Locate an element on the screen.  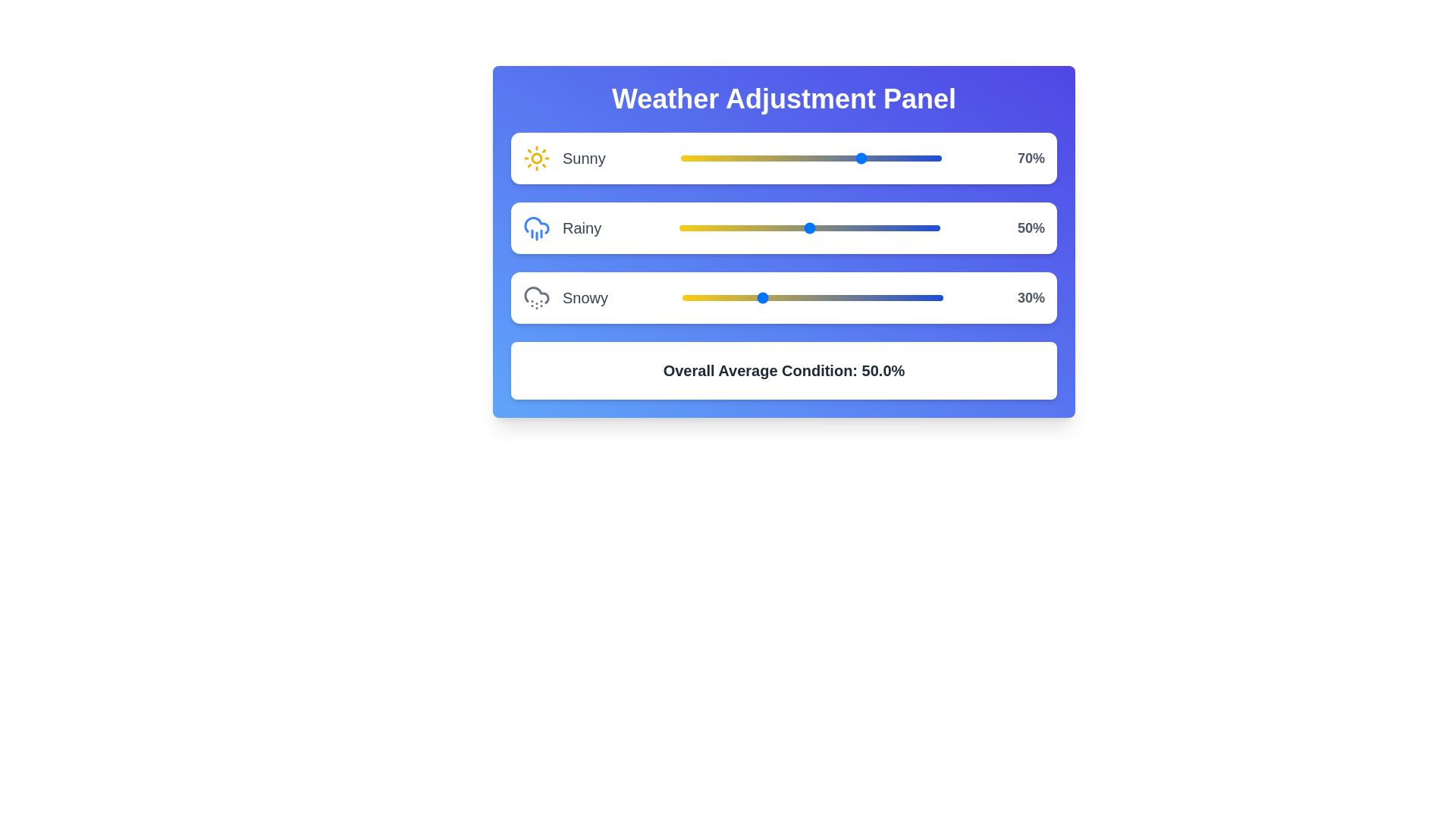
the value of the slider is located at coordinates (868, 298).